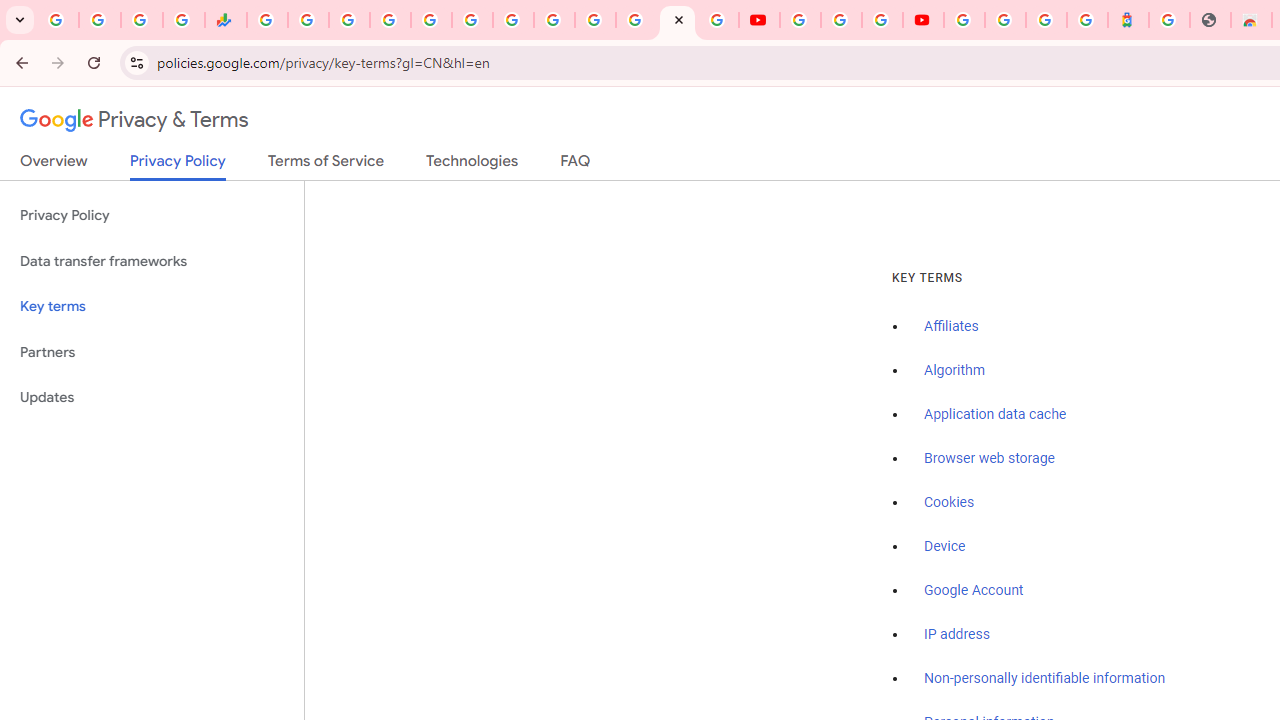  I want to click on 'Algorithm', so click(953, 371).